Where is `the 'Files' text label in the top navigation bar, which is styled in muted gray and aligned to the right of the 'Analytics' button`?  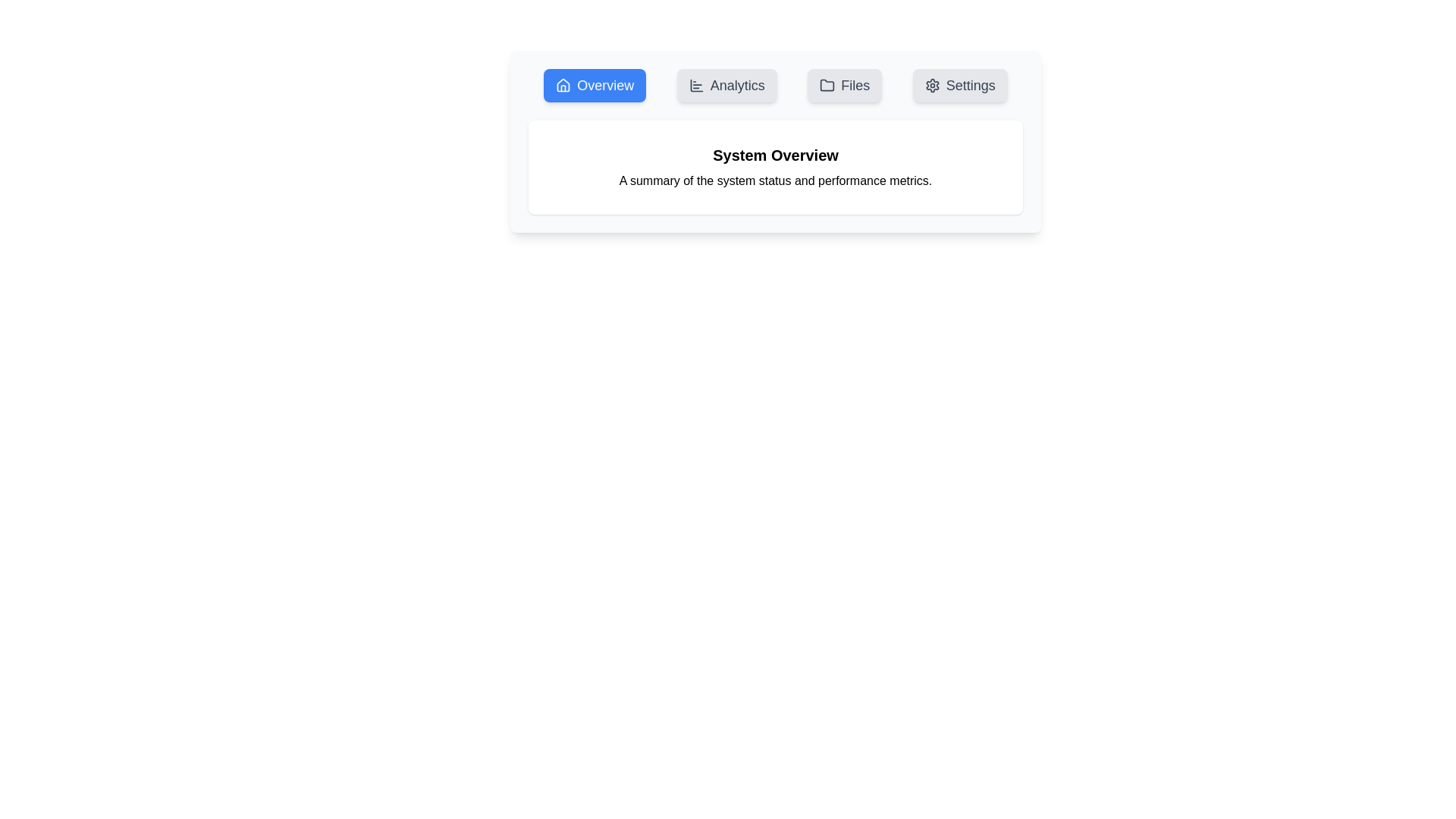
the 'Files' text label in the top navigation bar, which is styled in muted gray and aligned to the right of the 'Analytics' button is located at coordinates (855, 85).